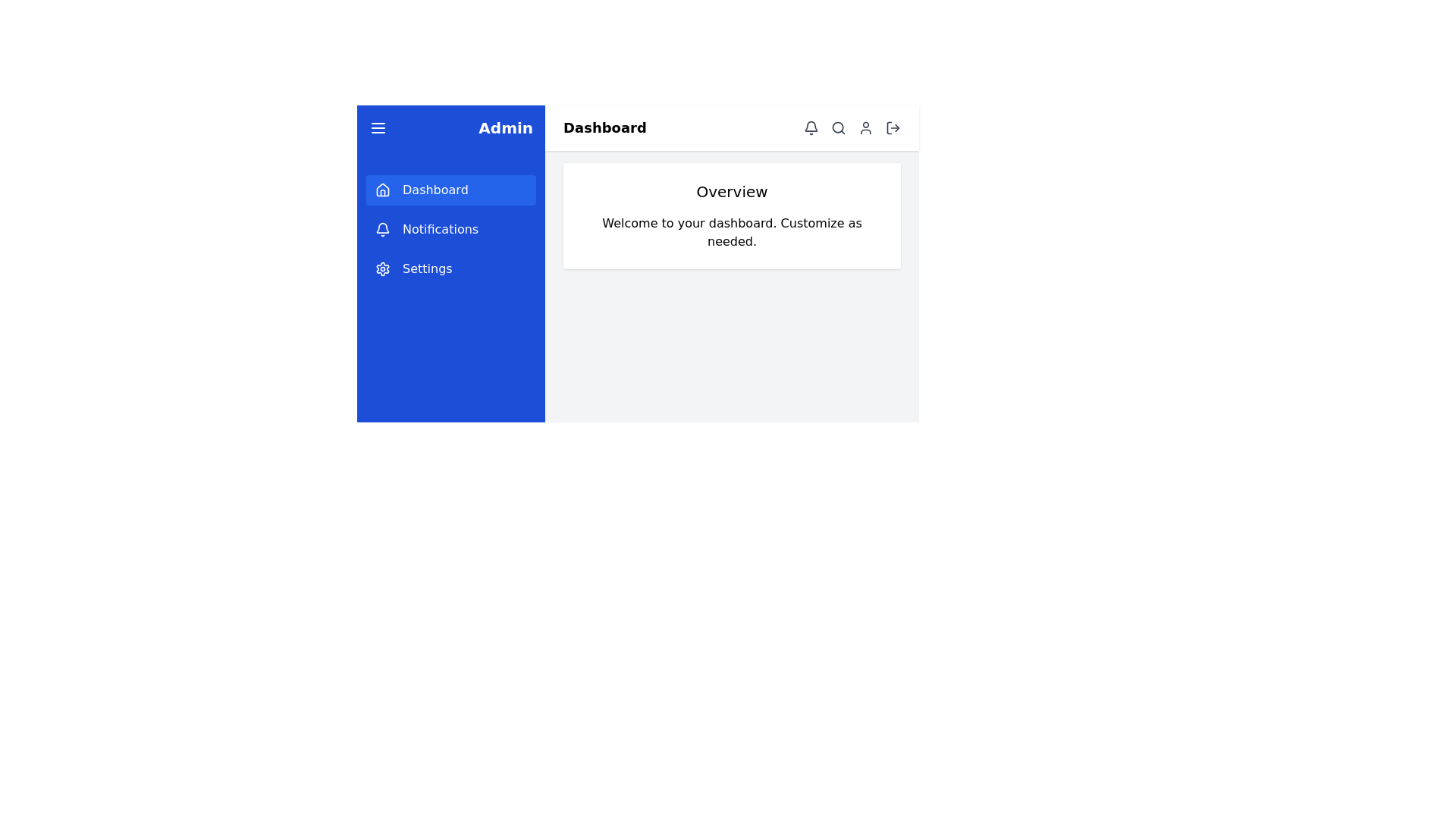  I want to click on the hamburger icon button on the far left side of the header section, so click(378, 127).